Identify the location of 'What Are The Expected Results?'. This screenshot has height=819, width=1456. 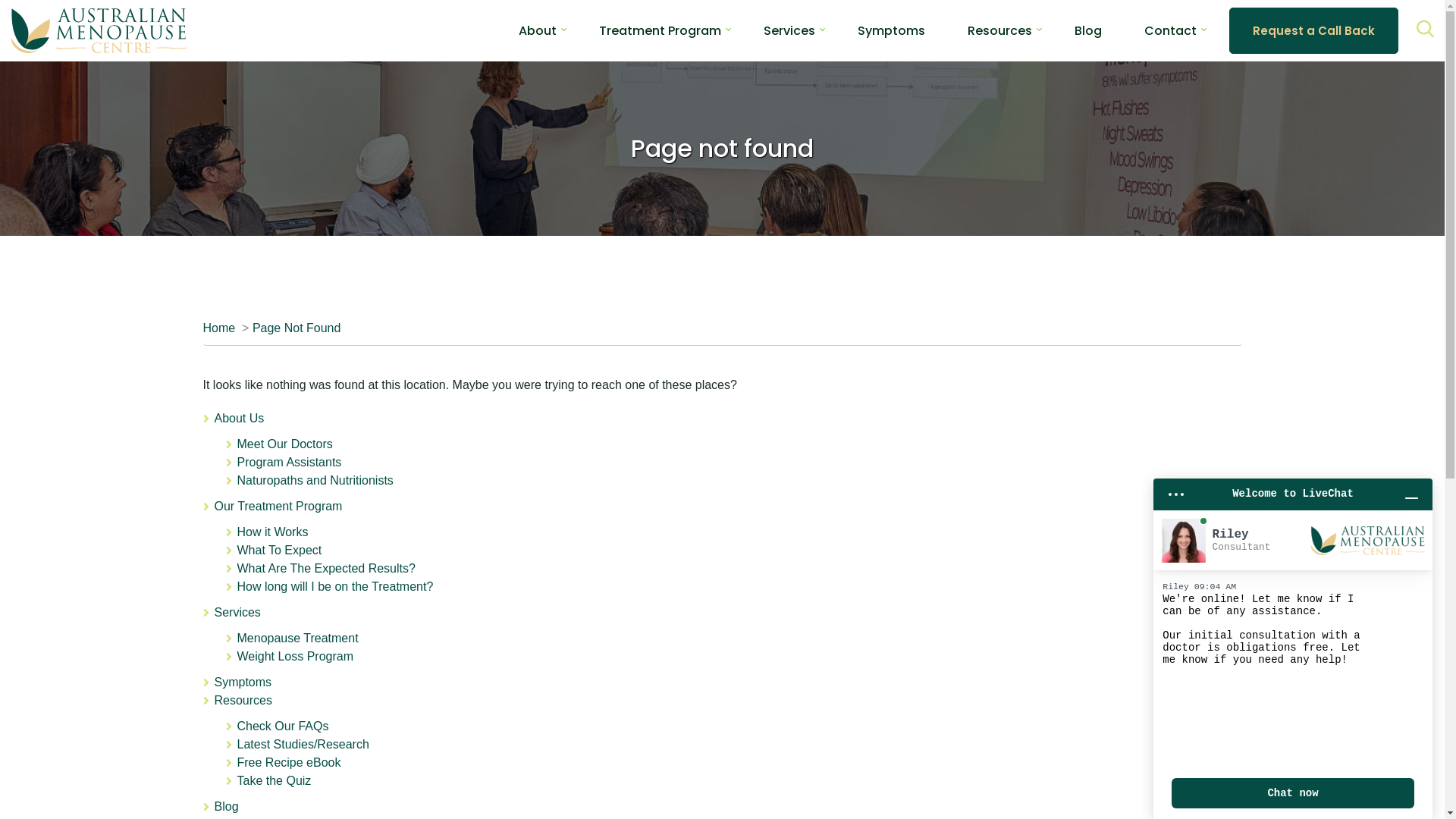
(236, 568).